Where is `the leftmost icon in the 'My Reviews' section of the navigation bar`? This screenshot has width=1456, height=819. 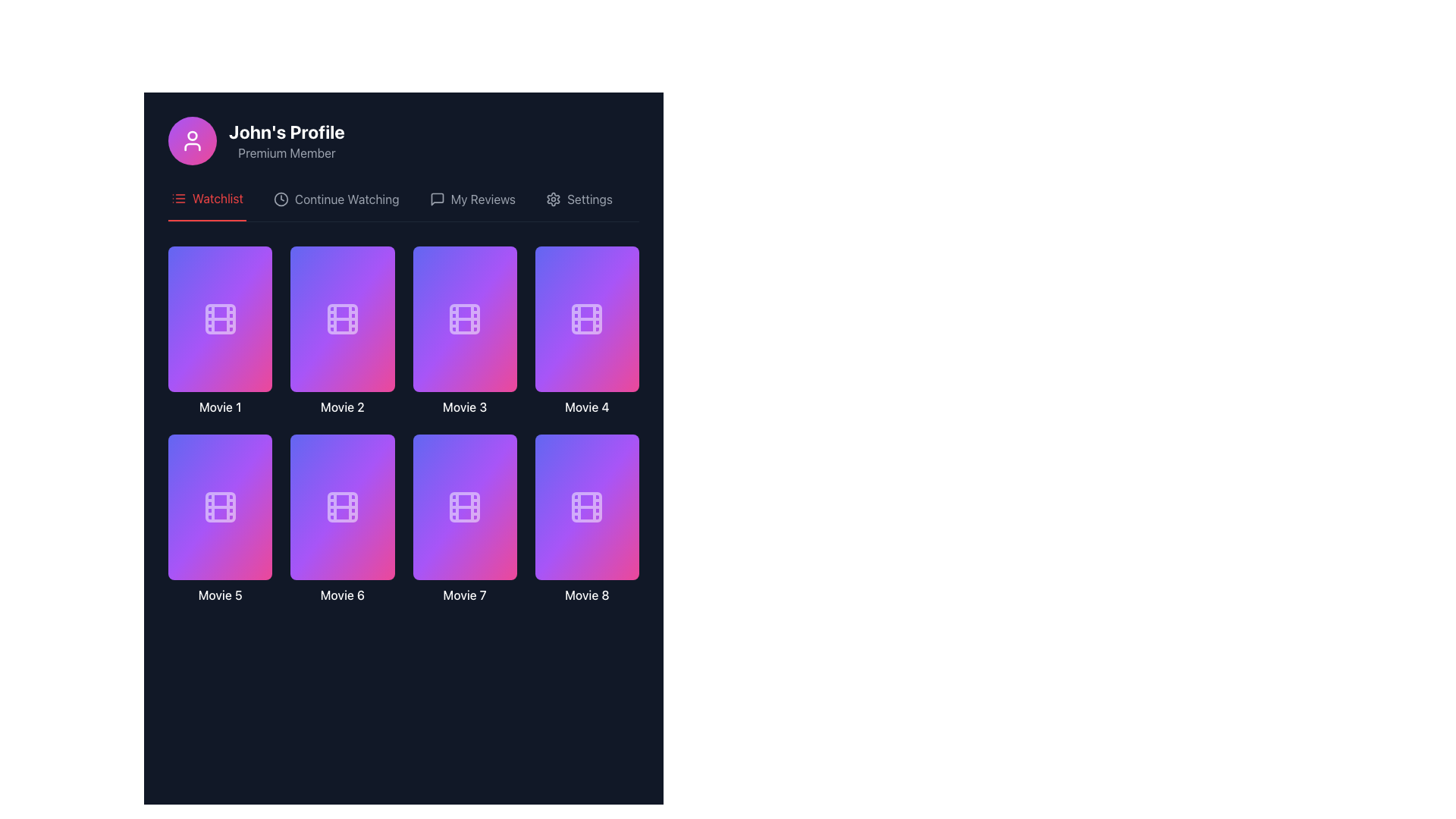 the leftmost icon in the 'My Reviews' section of the navigation bar is located at coordinates (436, 198).